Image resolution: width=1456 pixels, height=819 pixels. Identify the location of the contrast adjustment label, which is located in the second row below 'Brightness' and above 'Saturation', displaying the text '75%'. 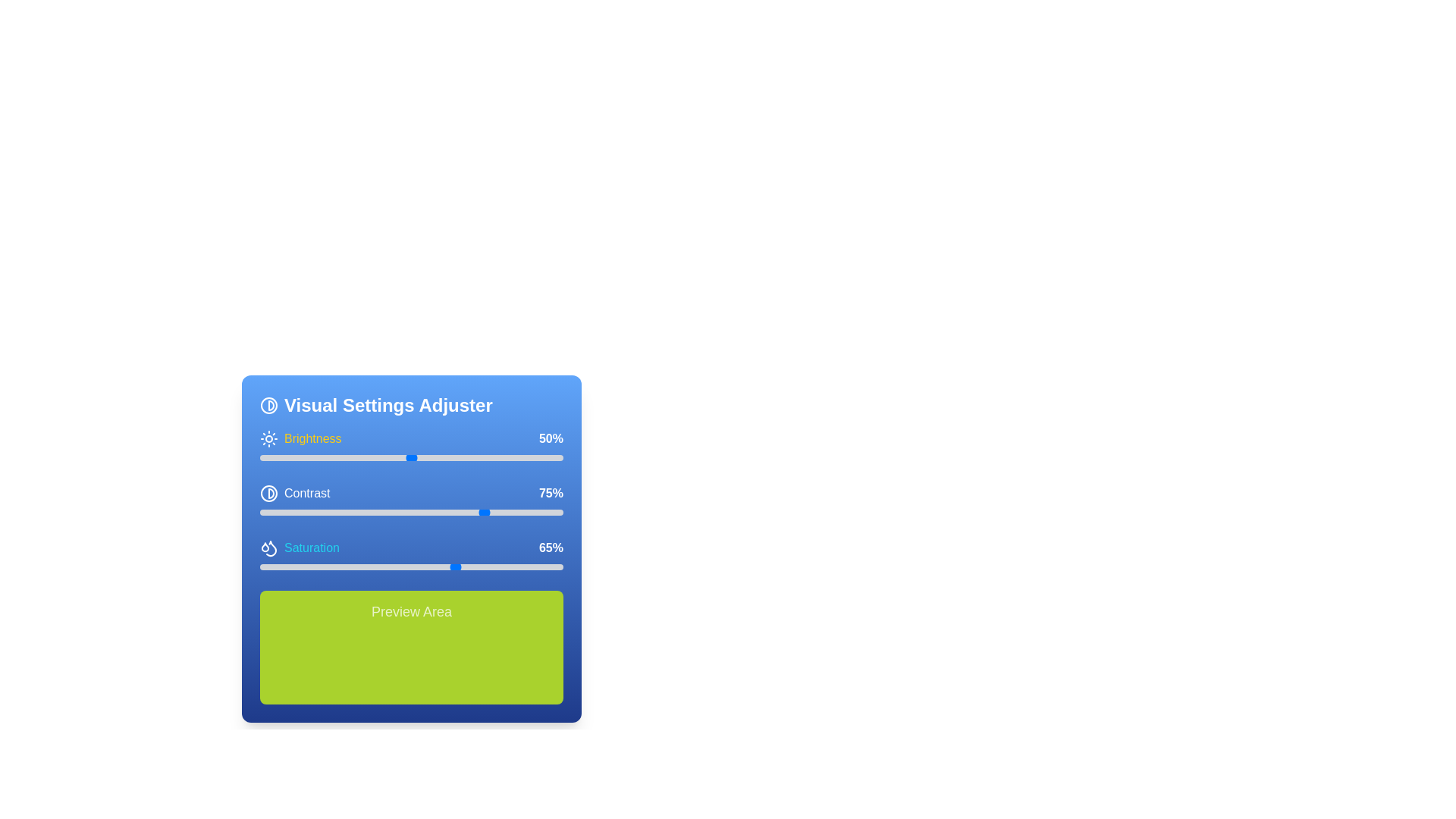
(295, 494).